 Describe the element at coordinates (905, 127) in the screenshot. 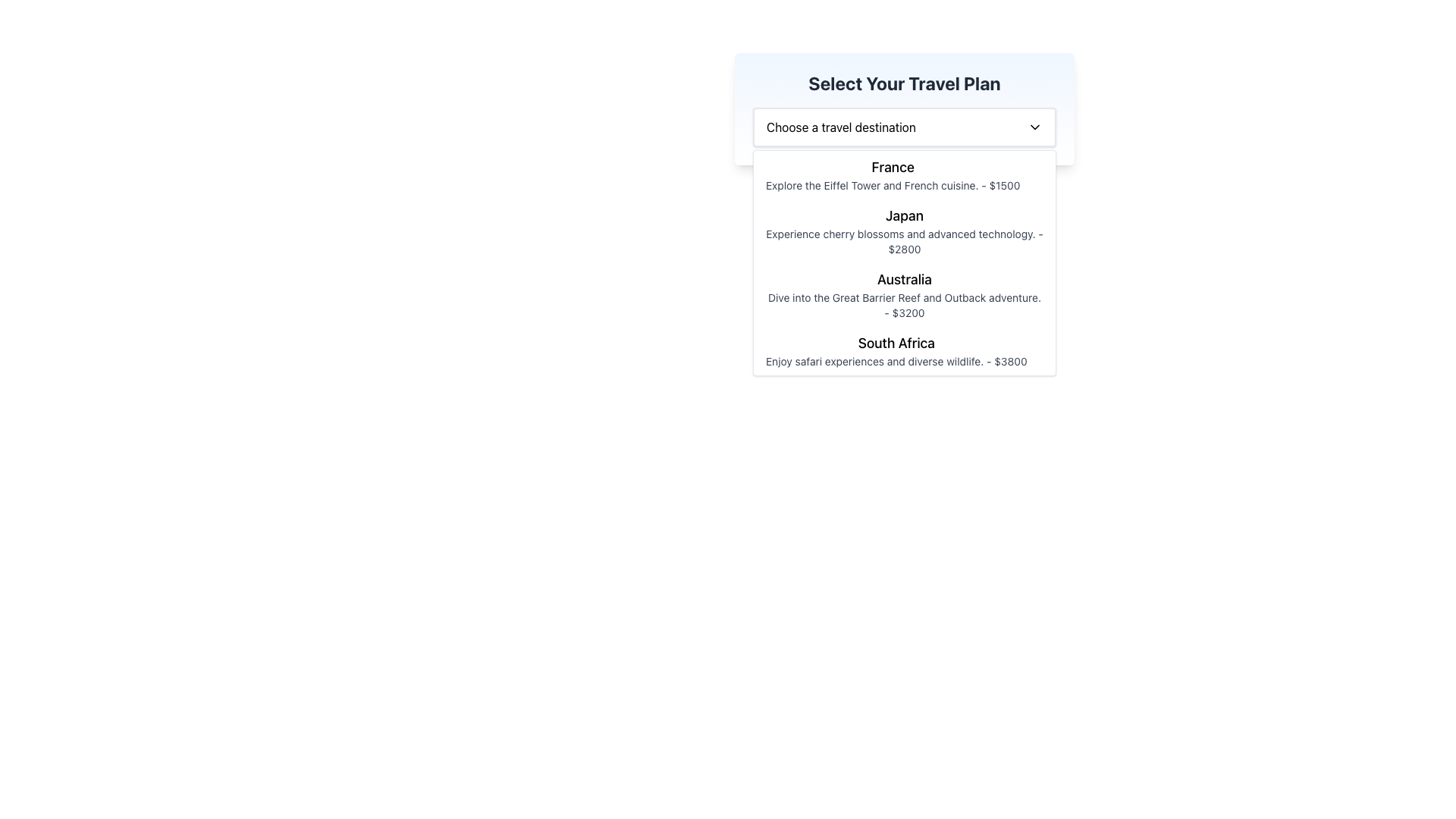

I see `the Dropdown menu located under the 'Select Your Travel Plan' heading` at that location.